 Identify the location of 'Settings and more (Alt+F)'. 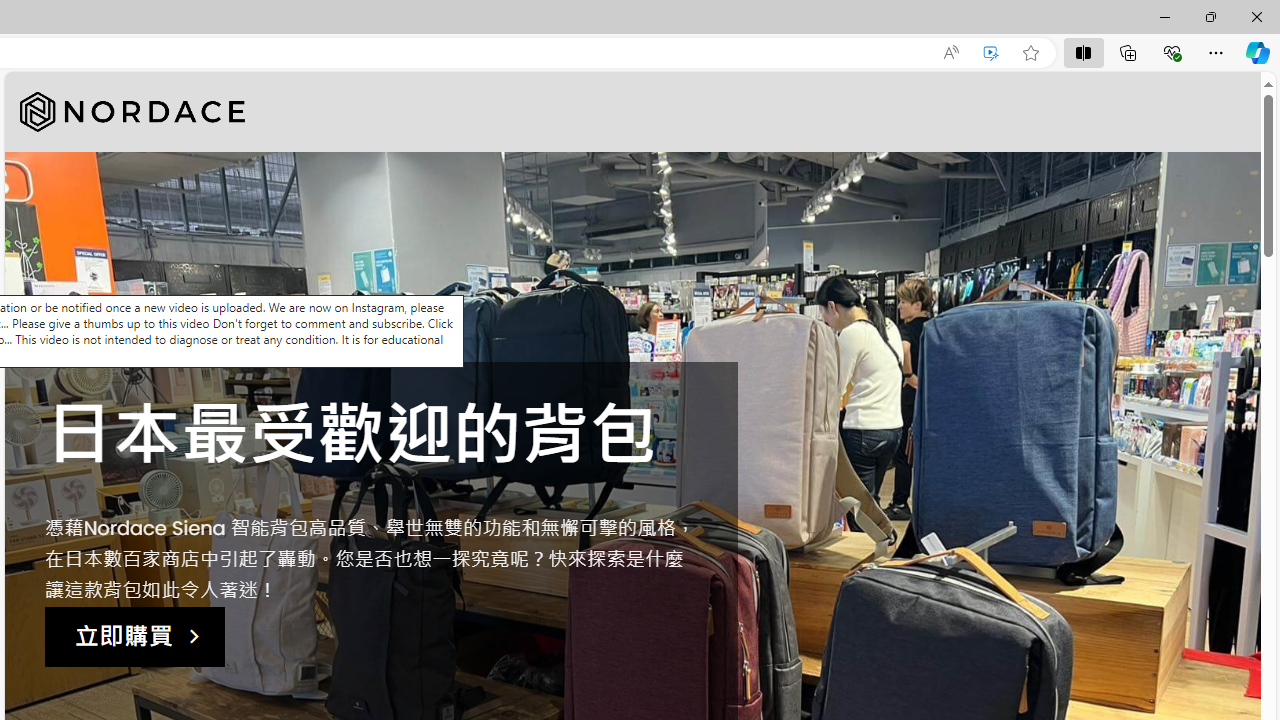
(1215, 51).